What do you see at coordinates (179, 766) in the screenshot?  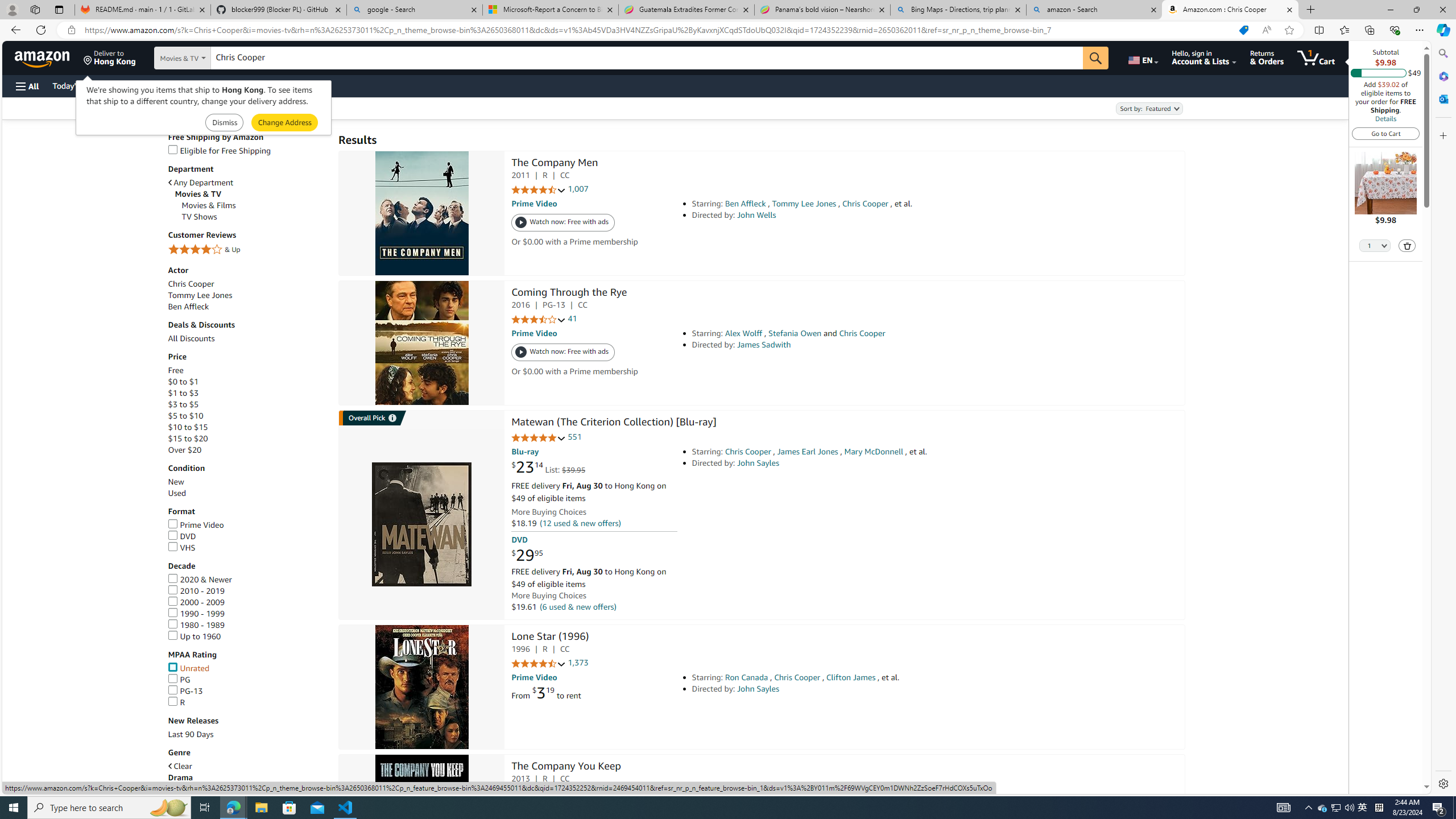 I see `'Clear'` at bounding box center [179, 766].